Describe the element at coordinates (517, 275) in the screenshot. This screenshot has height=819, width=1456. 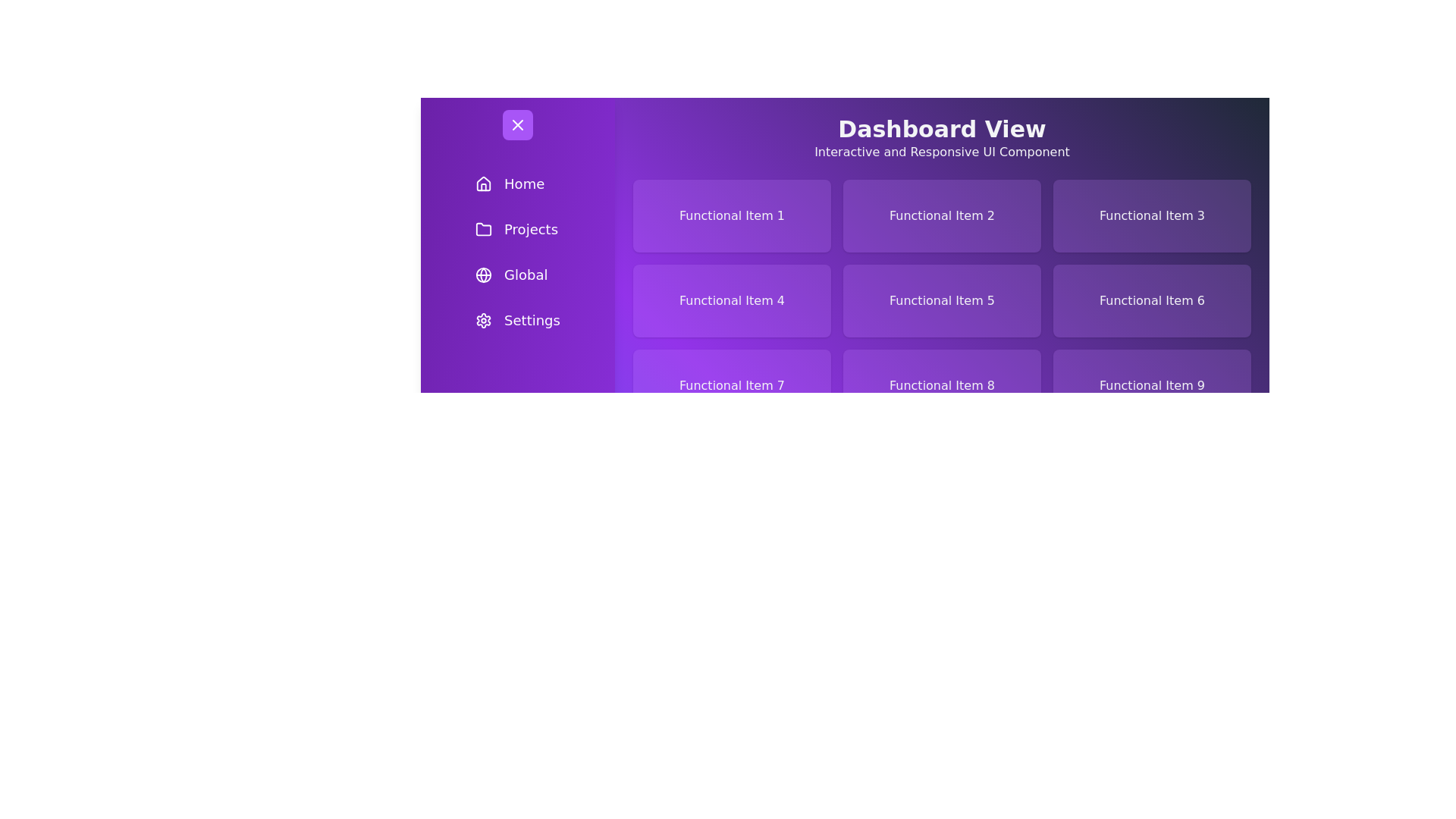
I see `the menu item labeled 'Global' to observe its hover effect` at that location.